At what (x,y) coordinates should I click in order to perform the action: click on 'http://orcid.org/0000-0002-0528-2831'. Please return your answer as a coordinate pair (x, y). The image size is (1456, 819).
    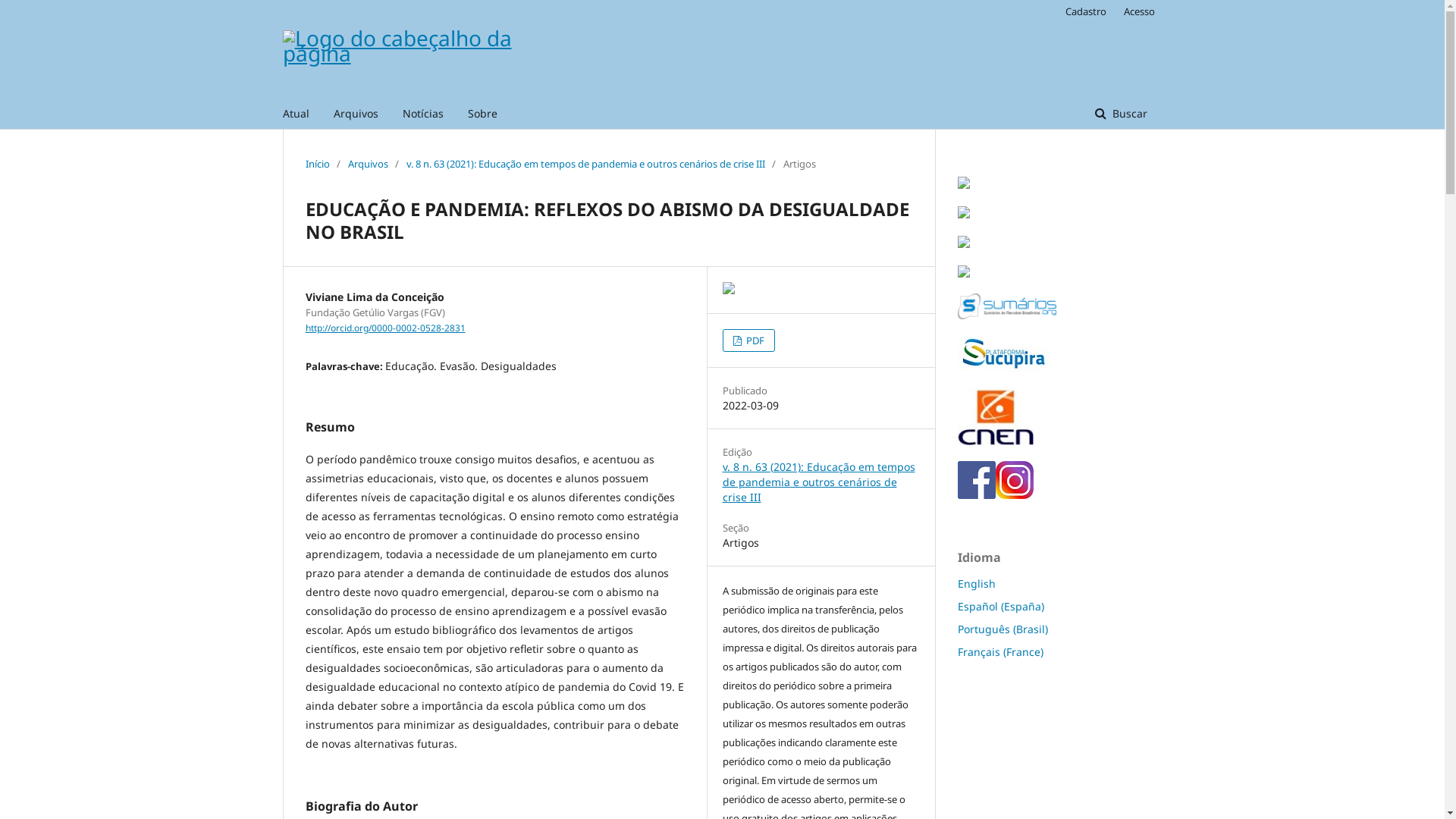
    Looking at the image, I should click on (384, 327).